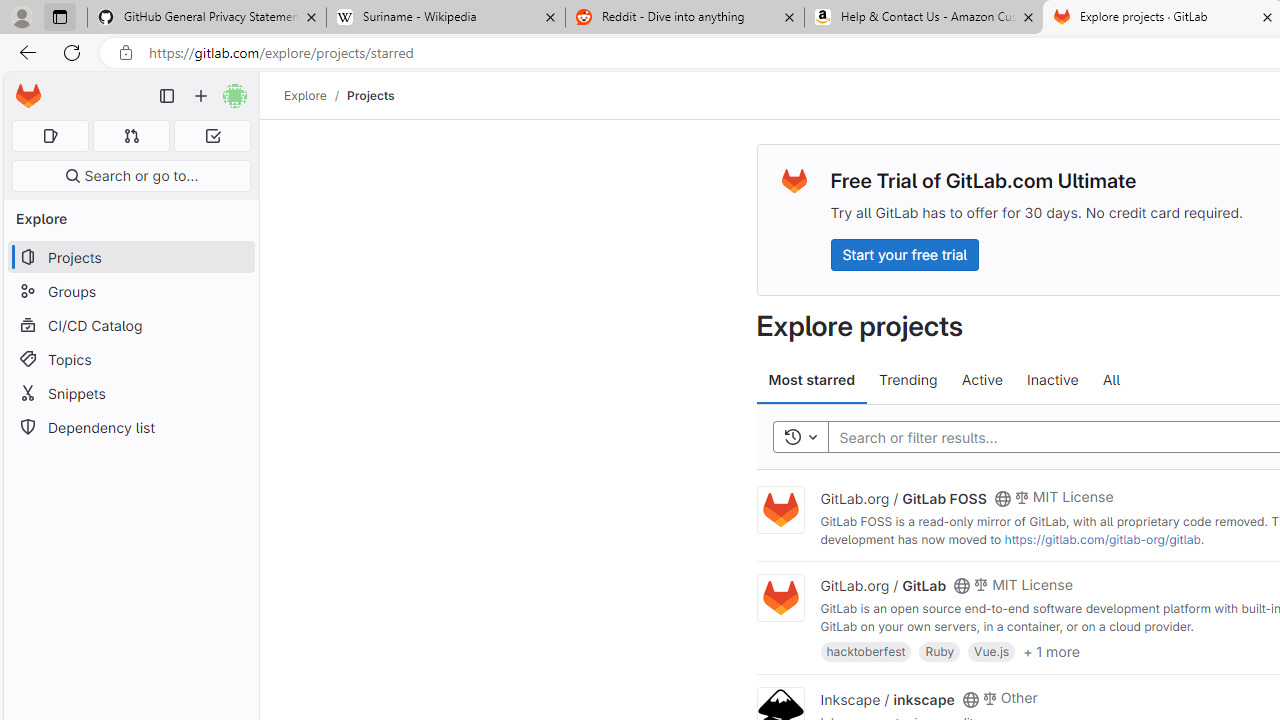 Image resolution: width=1280 pixels, height=720 pixels. Describe the element at coordinates (1101, 538) in the screenshot. I see `'https://gitlab.com/gitlab-org/gitlab'` at that location.